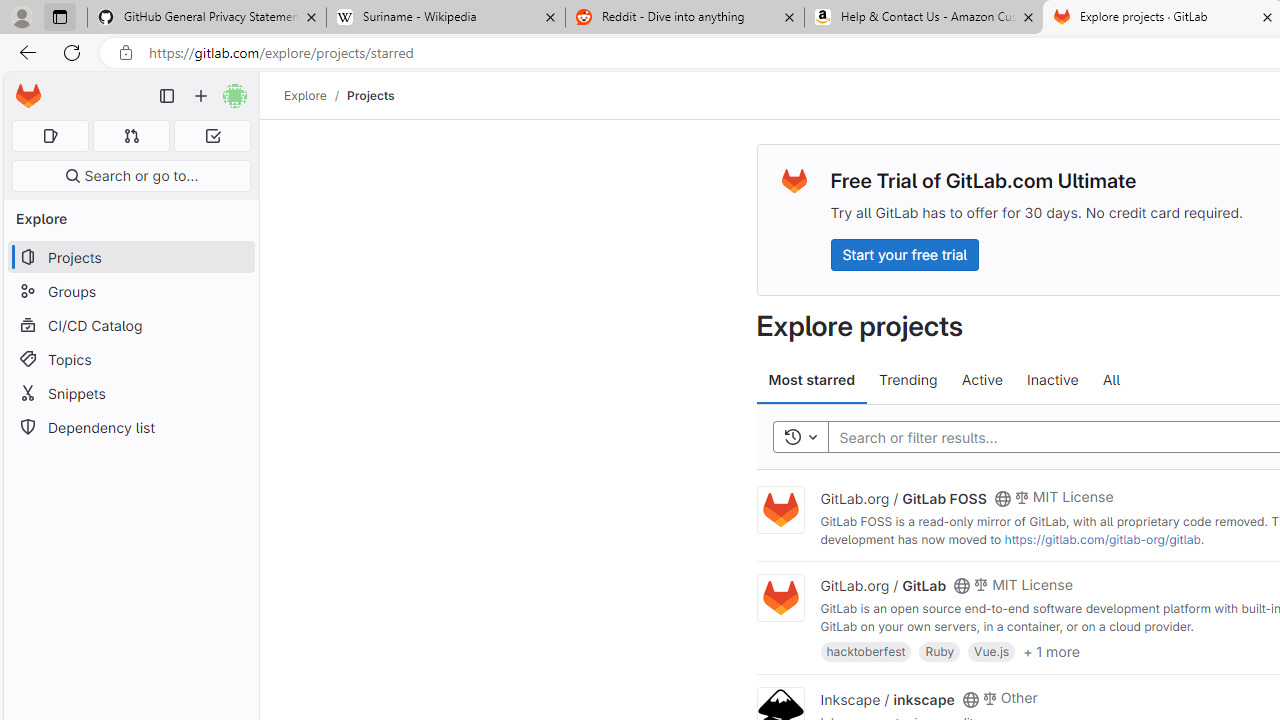 Image resolution: width=1280 pixels, height=720 pixels. Describe the element at coordinates (1101, 538) in the screenshot. I see `'https://gitlab.com/gitlab-org/gitlab'` at that location.